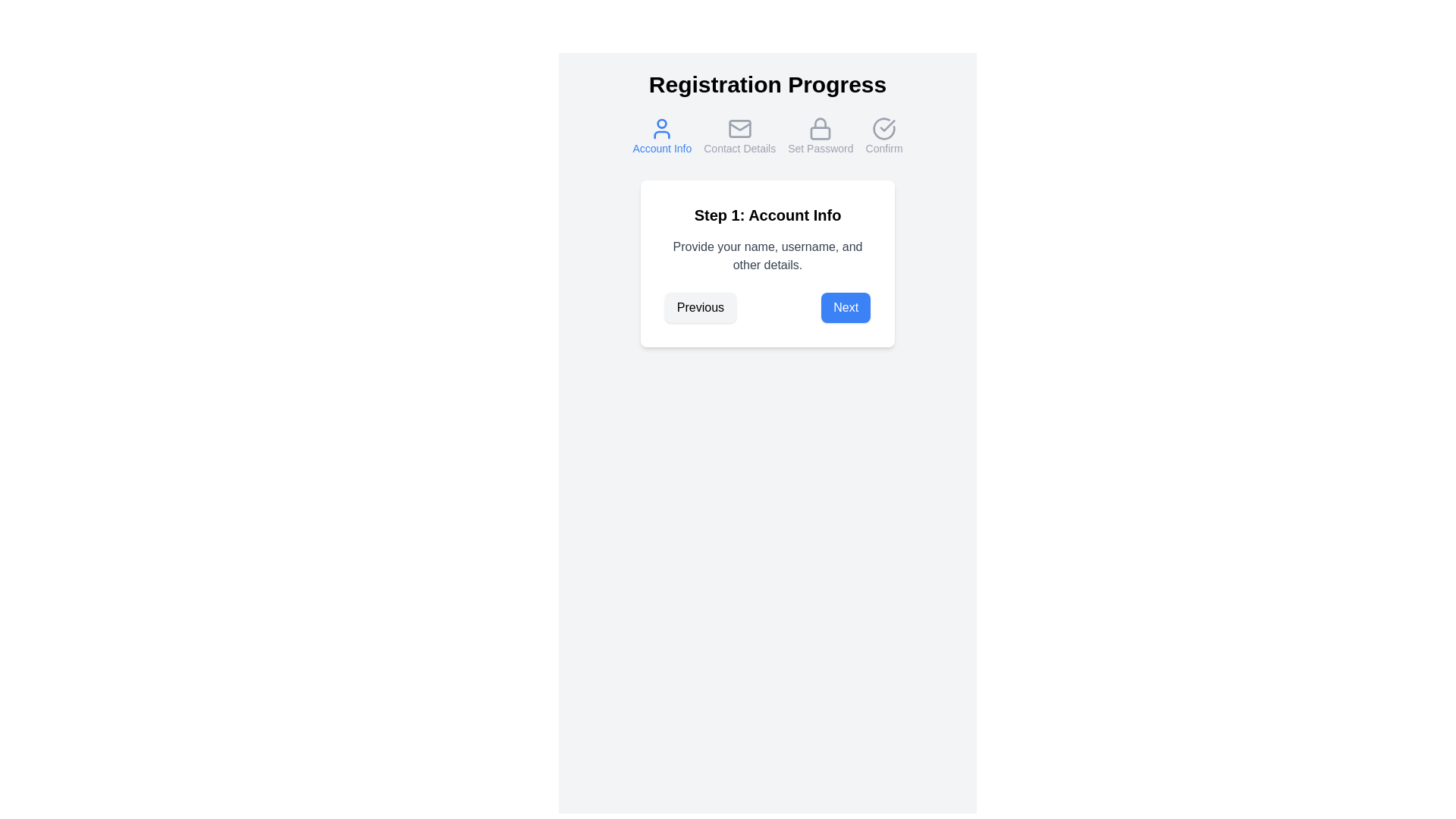 Image resolution: width=1456 pixels, height=819 pixels. Describe the element at coordinates (767, 307) in the screenshot. I see `the 'Previous' button in the horizontal group of buttons labeled 'Previous' and 'Next', which is located at the bottom of the card labeled 'Step 1: Account Info'` at that location.